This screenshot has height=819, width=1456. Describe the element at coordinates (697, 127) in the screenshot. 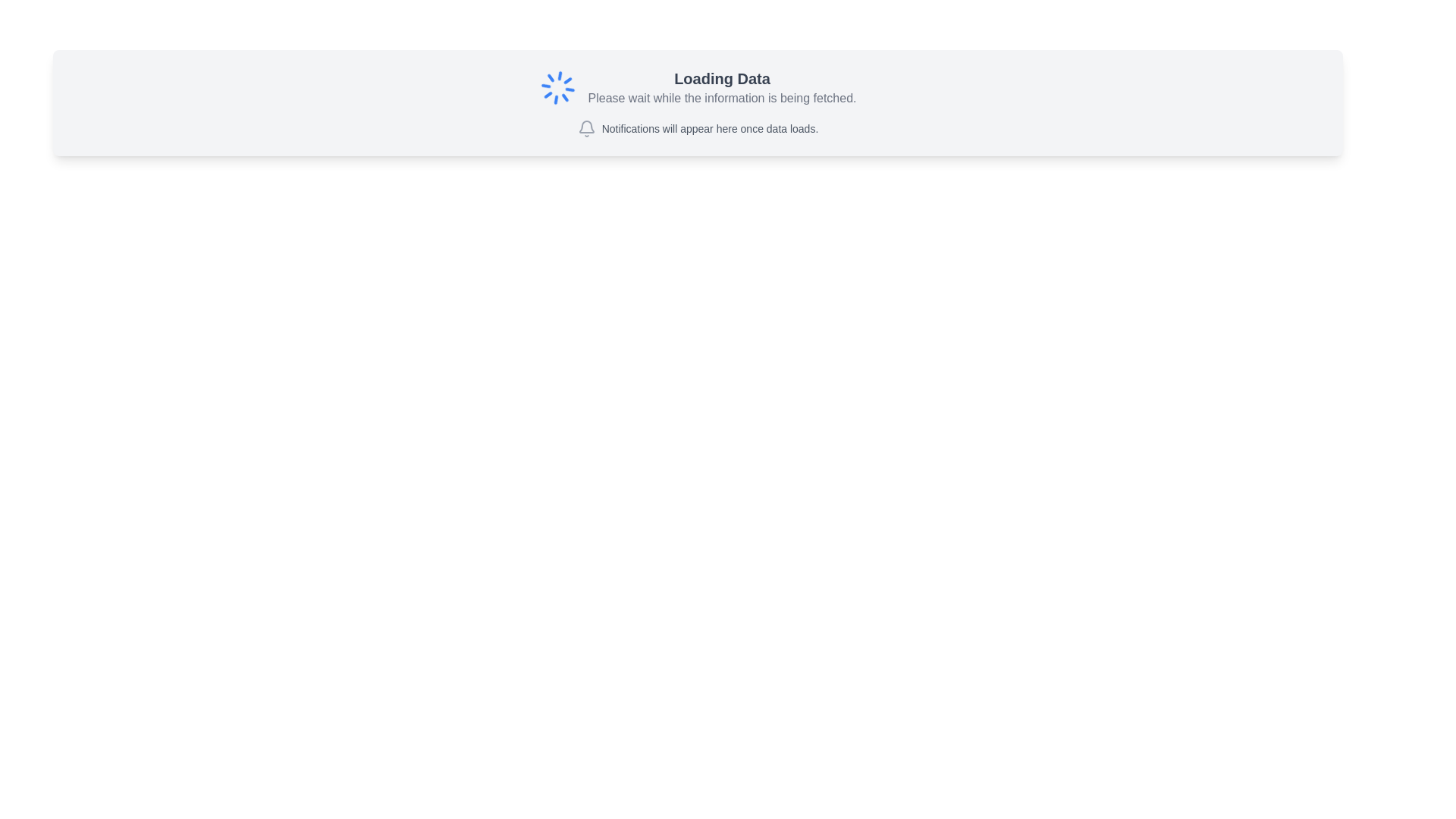

I see `the notification placeholder element, which includes a bell icon and a text label indicating that notifications will appear once data is loaded, located beneath the title 'Loading Data'` at that location.